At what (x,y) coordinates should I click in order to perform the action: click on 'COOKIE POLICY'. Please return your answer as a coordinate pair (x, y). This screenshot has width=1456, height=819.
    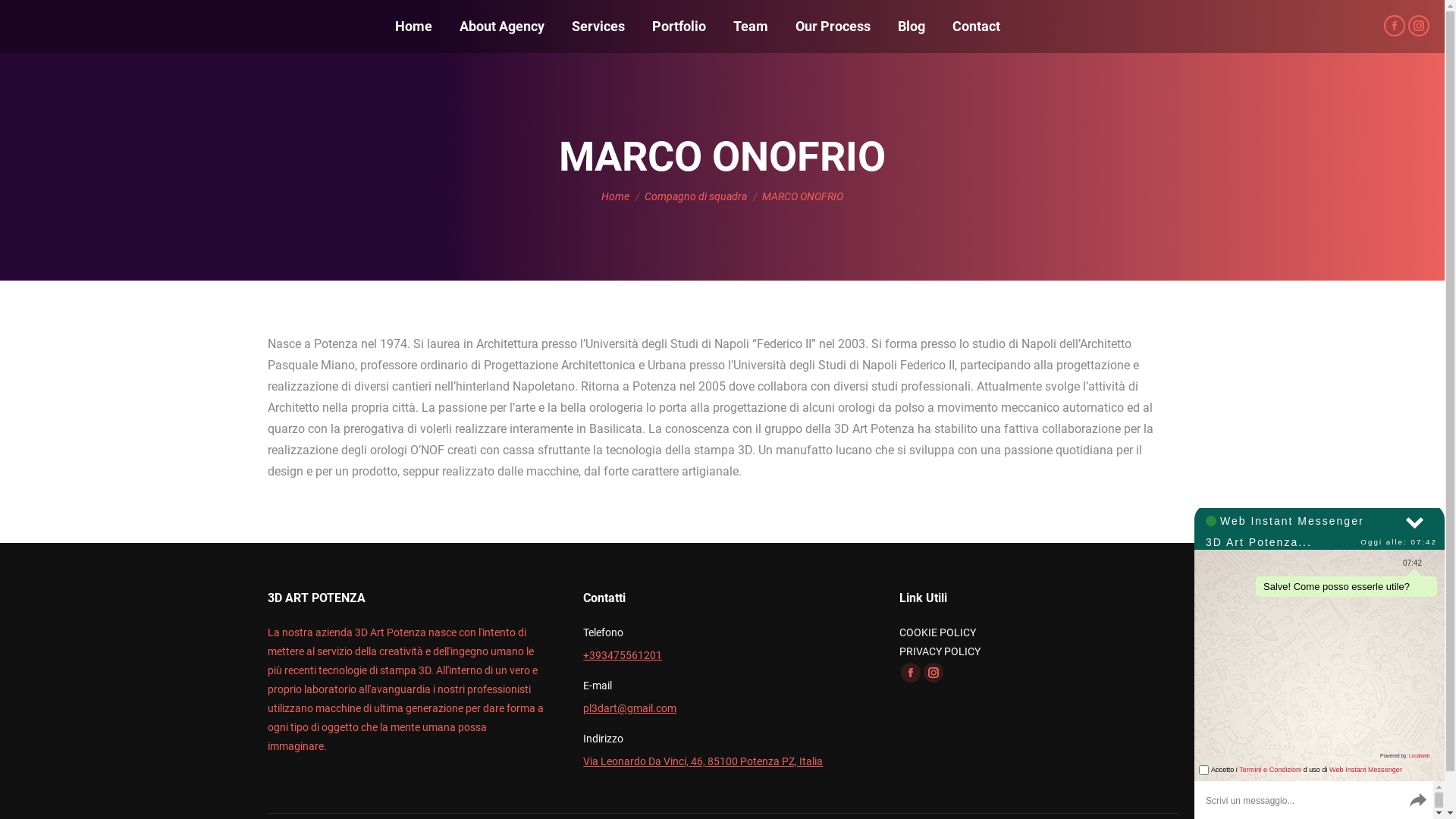
    Looking at the image, I should click on (937, 632).